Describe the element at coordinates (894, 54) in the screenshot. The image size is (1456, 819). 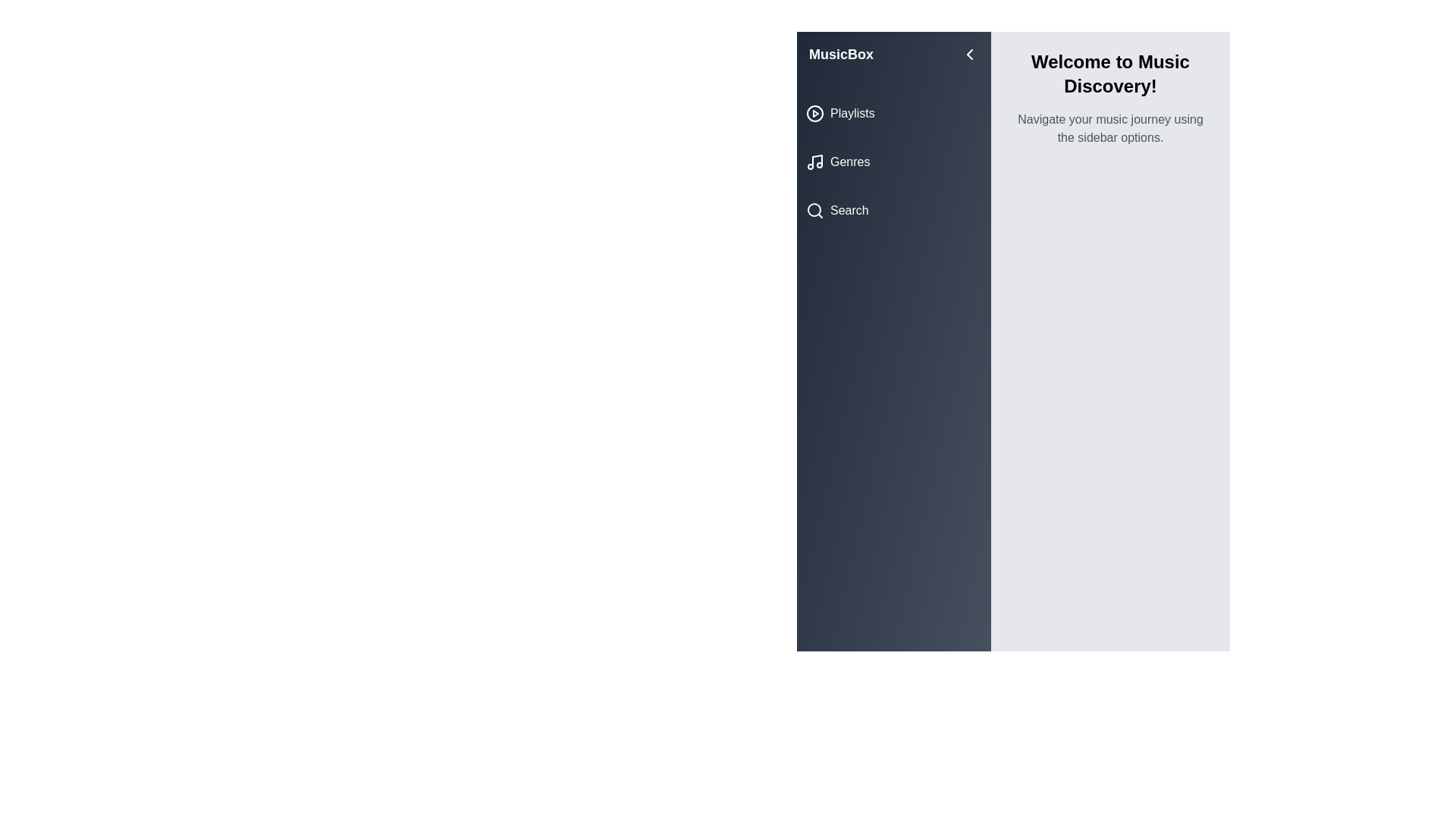
I see `the sidebar title 'MusicBox'` at that location.